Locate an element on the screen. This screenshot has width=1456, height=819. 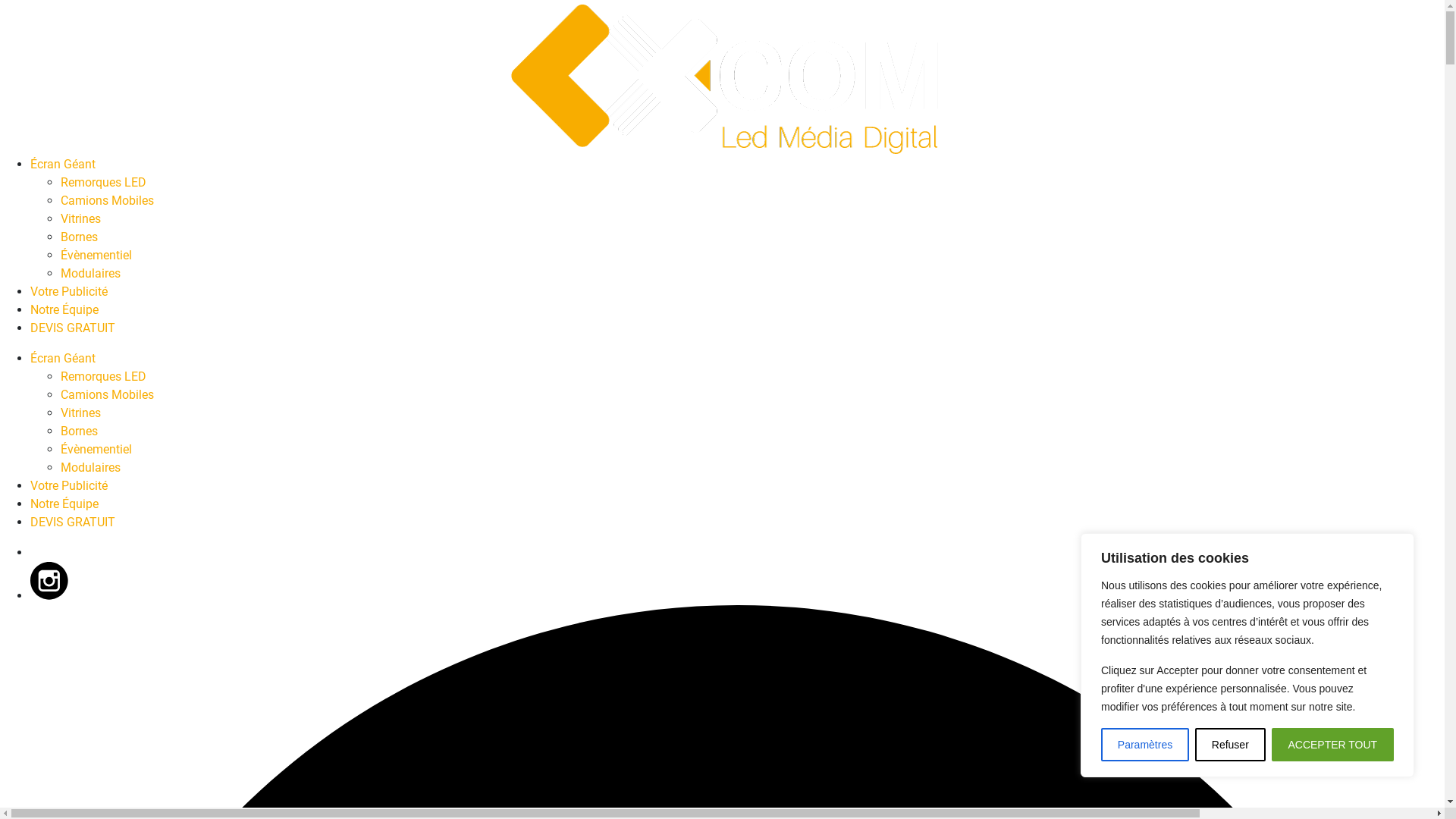
'ACCEPTER TOUT' is located at coordinates (1332, 744).